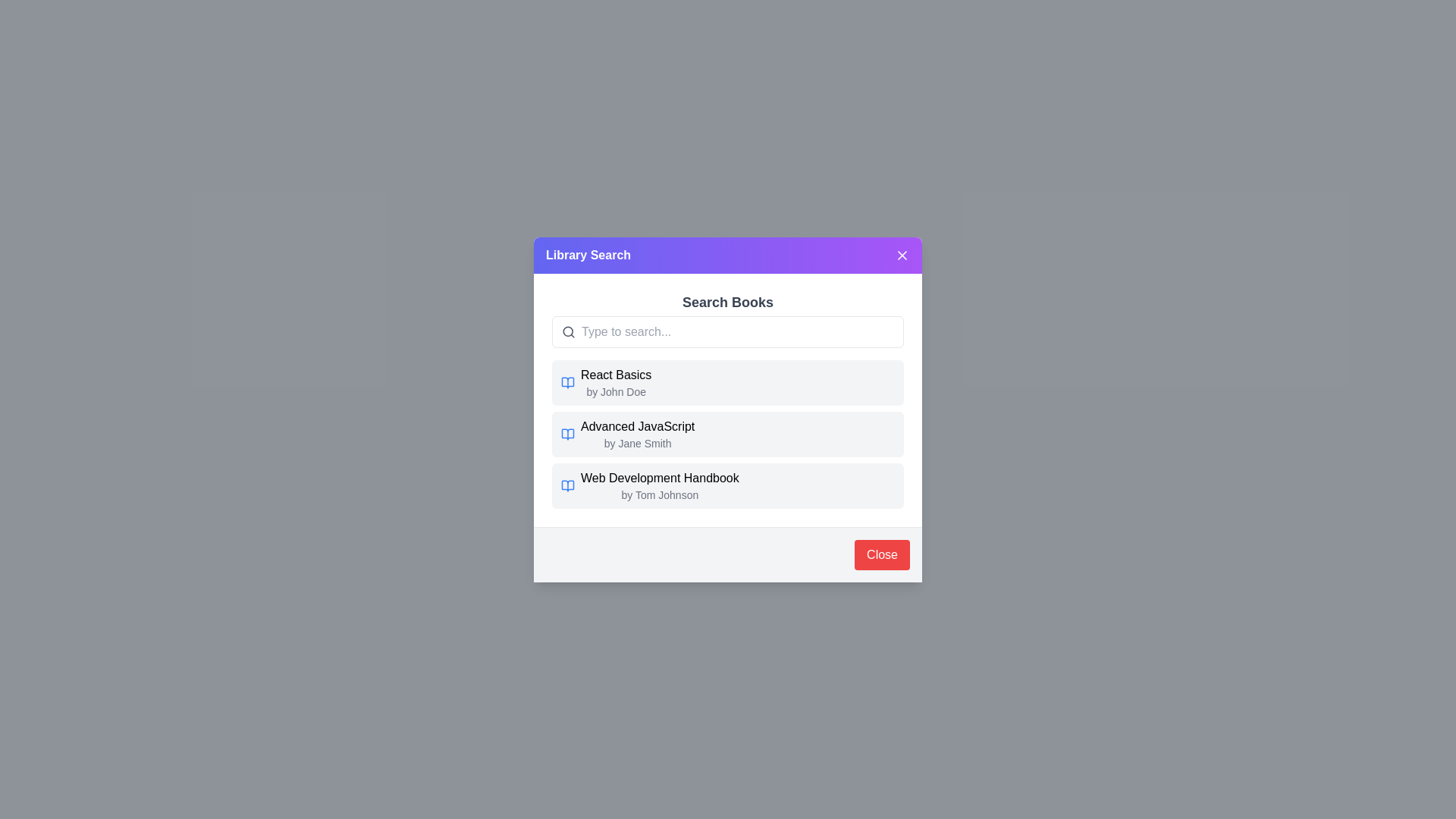 The height and width of the screenshot is (819, 1456). What do you see at coordinates (660, 494) in the screenshot?
I see `the text label 'by Tom Johnson' located beneath the book title 'Web Development Handbook' to trigger possible tooltips` at bounding box center [660, 494].